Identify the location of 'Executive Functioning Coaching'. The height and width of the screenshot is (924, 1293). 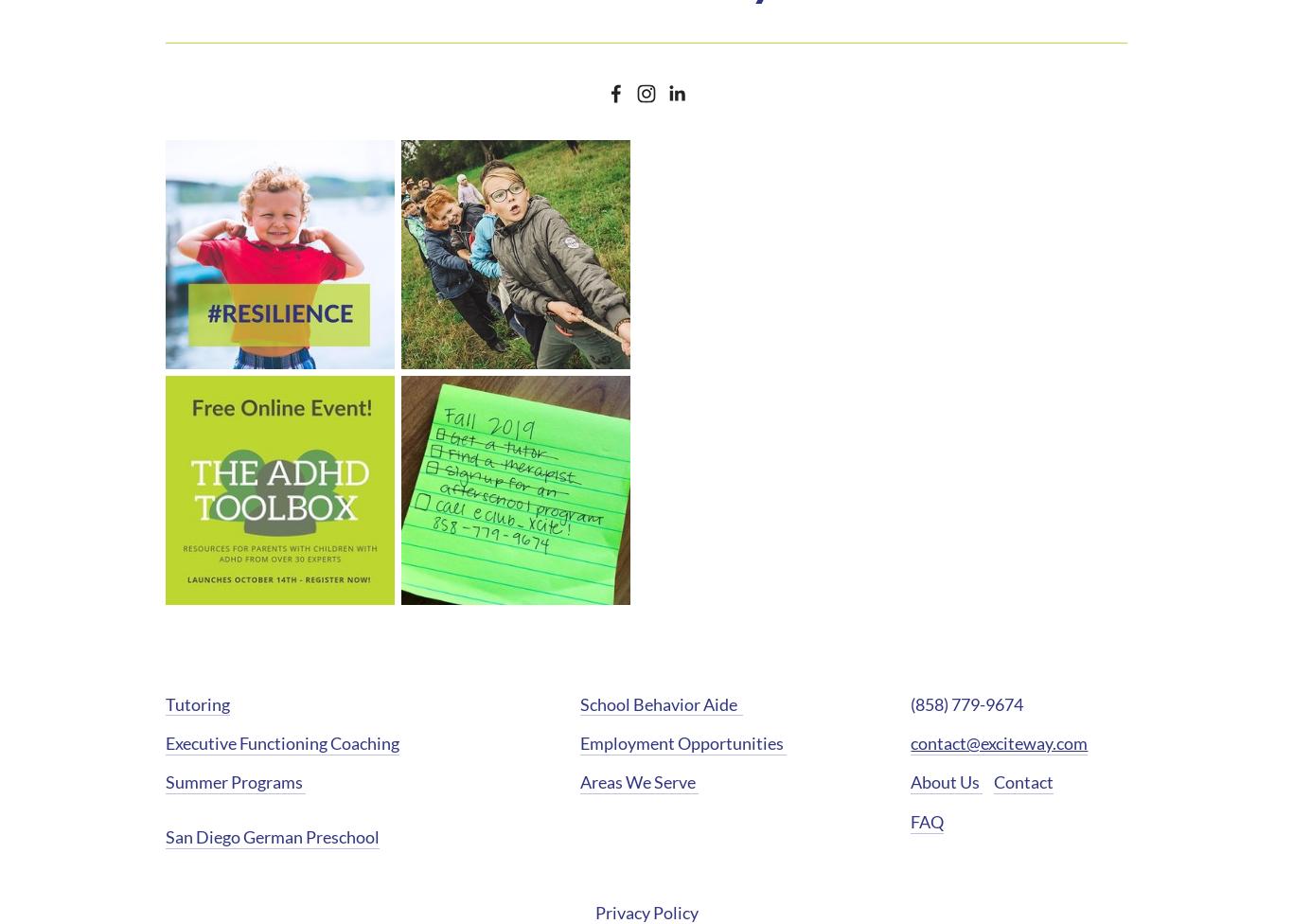
(282, 742).